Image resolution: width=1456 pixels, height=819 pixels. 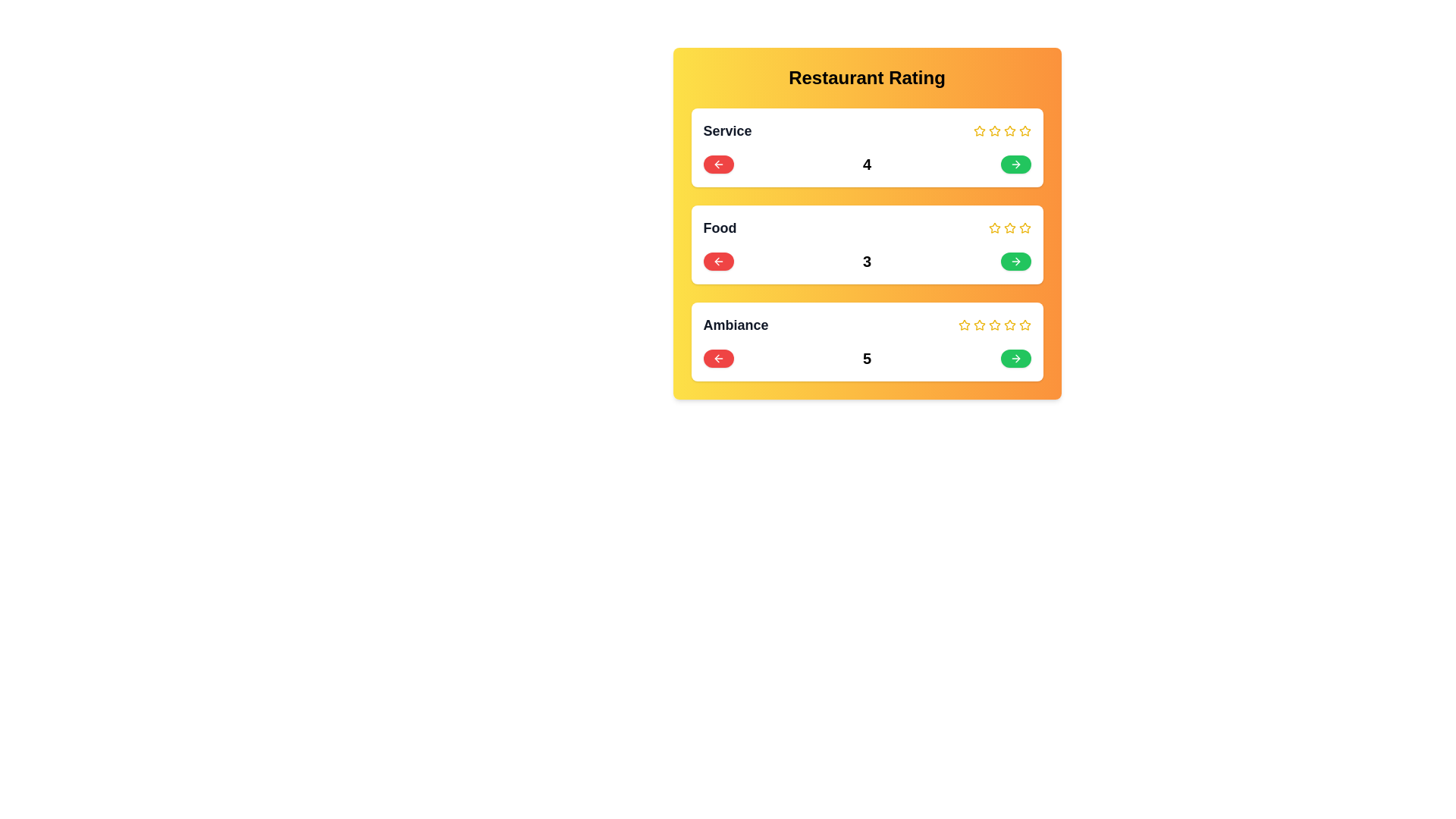 I want to click on the 'Service' text label, which is displayed in bold, large font and dark gray color, located at the top-left corner of its rectangular card within a vibrant yellow and orange background, so click(x=726, y=130).